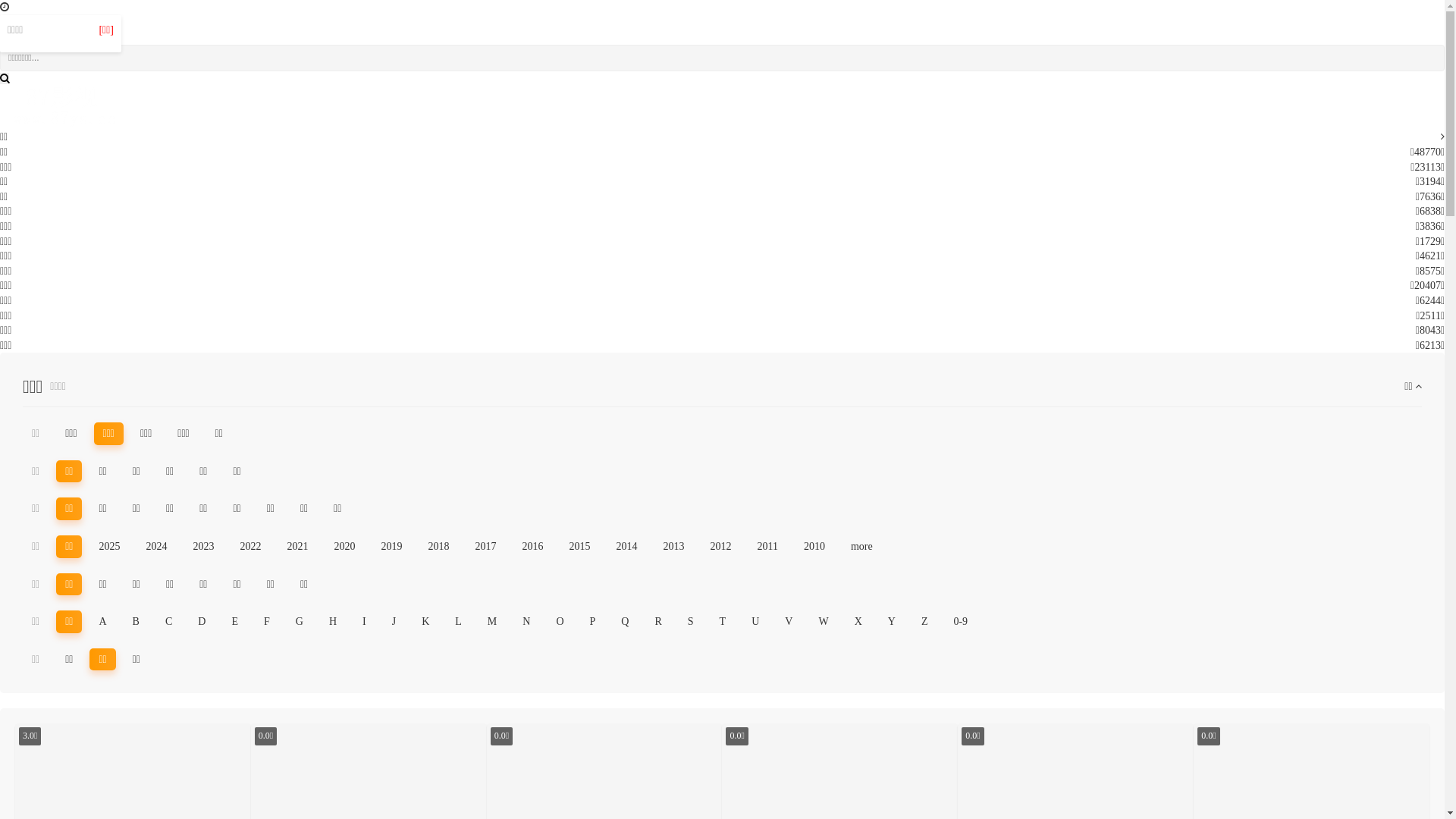 The width and height of the screenshot is (1456, 819). What do you see at coordinates (344, 547) in the screenshot?
I see `'2020'` at bounding box center [344, 547].